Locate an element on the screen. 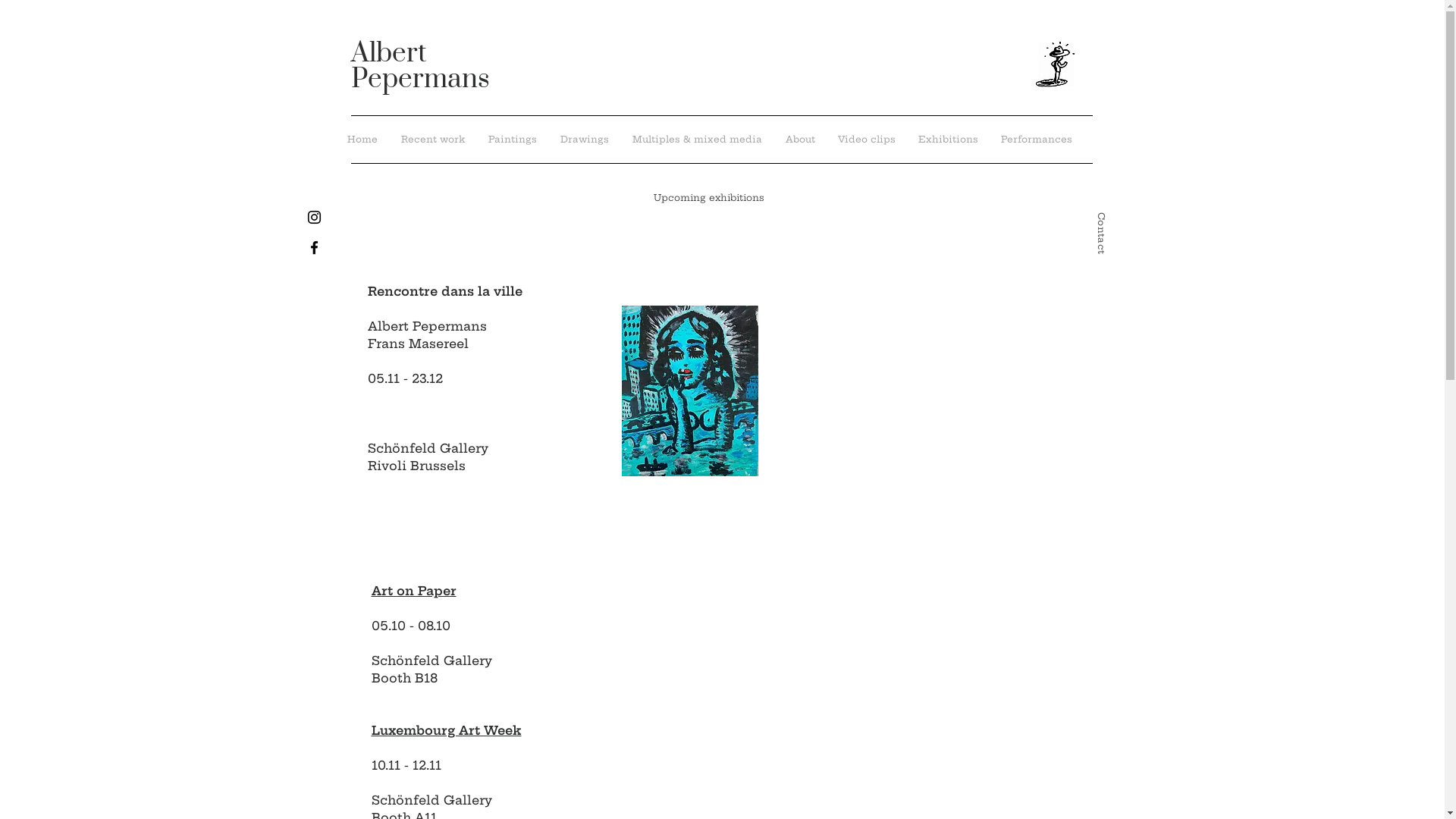 Image resolution: width=1456 pixels, height=819 pixels. 'Albert Pepermans' is located at coordinates (349, 65).